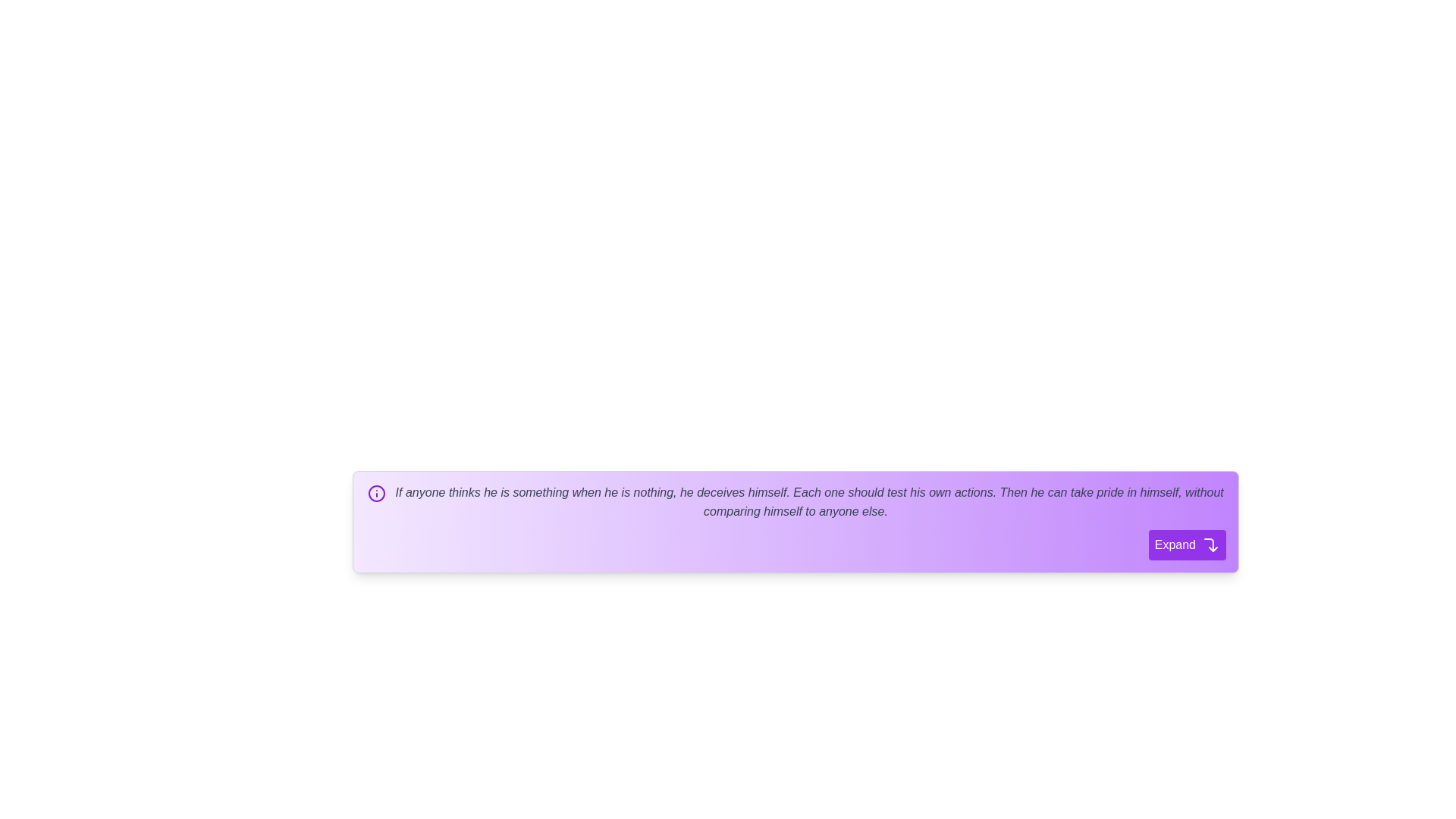  What do you see at coordinates (1186, 544) in the screenshot?
I see `the interactive button located at the bottom-right corner of the interface` at bounding box center [1186, 544].